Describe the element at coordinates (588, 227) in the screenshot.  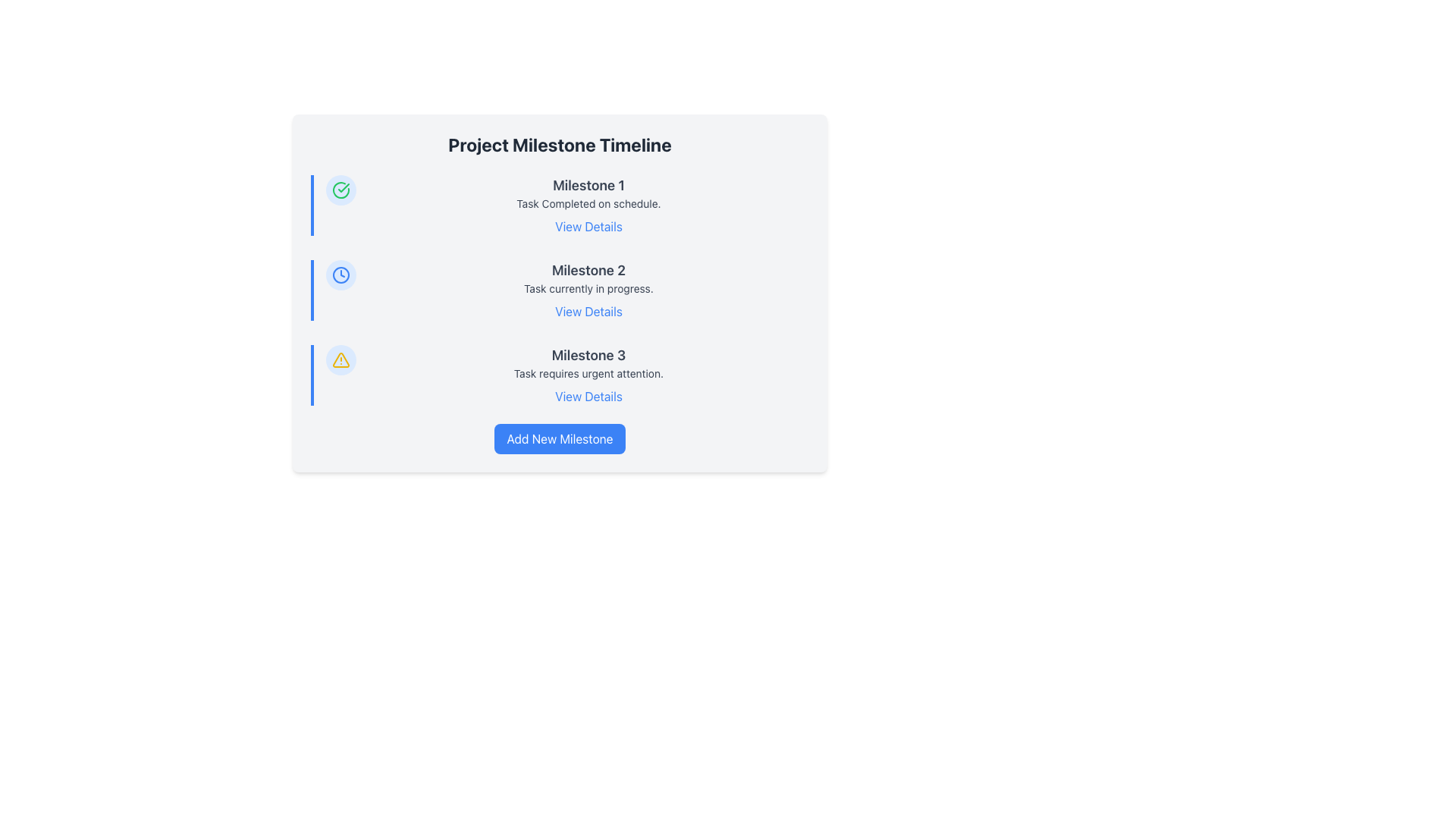
I see `the 'View Details' text link, which is styled with blue text and an underline, located beneath the phrase 'Task Completed on schedule.' in the 'Milestone 1' section` at that location.